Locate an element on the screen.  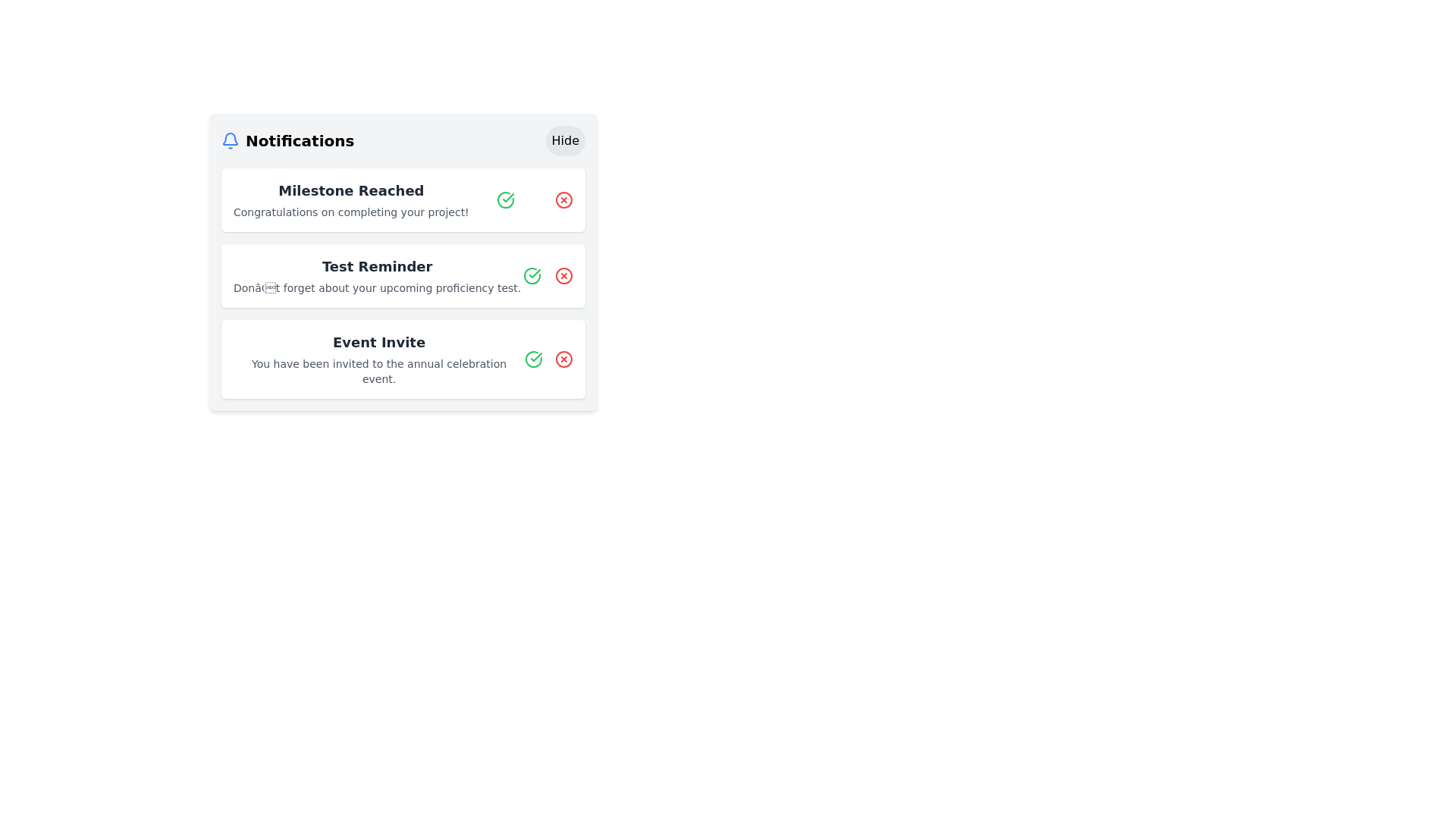
the green checkmark icon located to the right of the 'Test Reminder' notification is located at coordinates (532, 275).